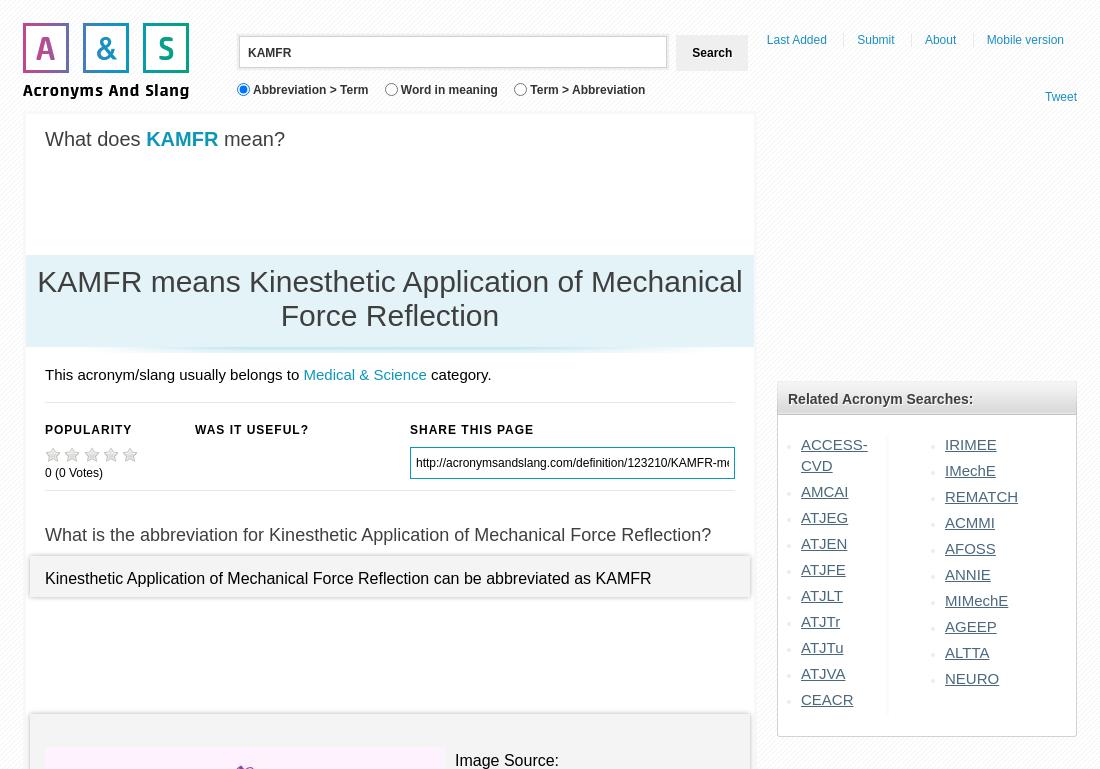 This screenshot has width=1100, height=769. What do you see at coordinates (586, 88) in the screenshot?
I see `'Term > Abbreviation'` at bounding box center [586, 88].